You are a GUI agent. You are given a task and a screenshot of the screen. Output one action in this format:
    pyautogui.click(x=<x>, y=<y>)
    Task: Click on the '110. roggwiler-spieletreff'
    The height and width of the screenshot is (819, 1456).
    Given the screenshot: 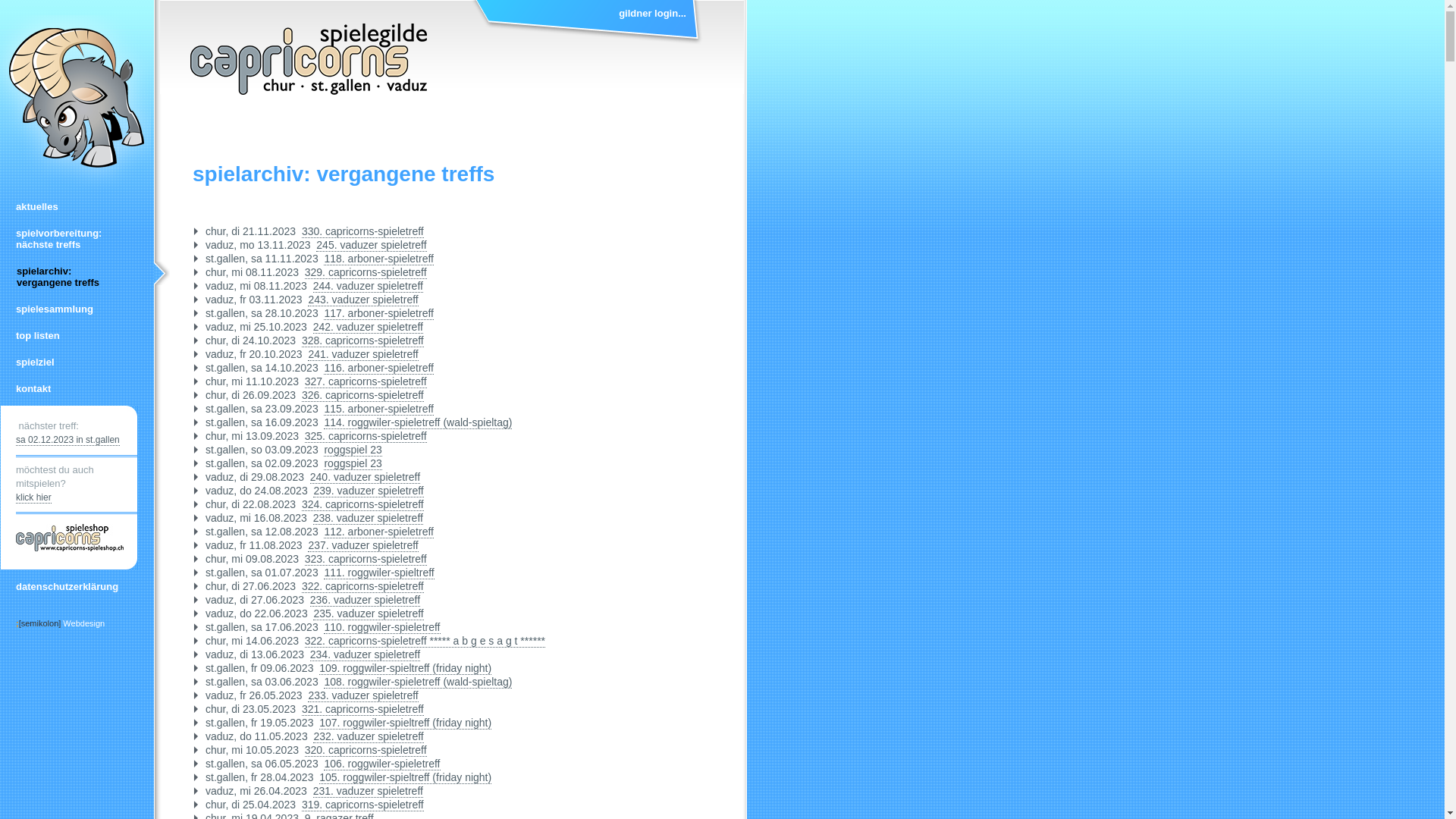 What is the action you would take?
    pyautogui.click(x=381, y=627)
    